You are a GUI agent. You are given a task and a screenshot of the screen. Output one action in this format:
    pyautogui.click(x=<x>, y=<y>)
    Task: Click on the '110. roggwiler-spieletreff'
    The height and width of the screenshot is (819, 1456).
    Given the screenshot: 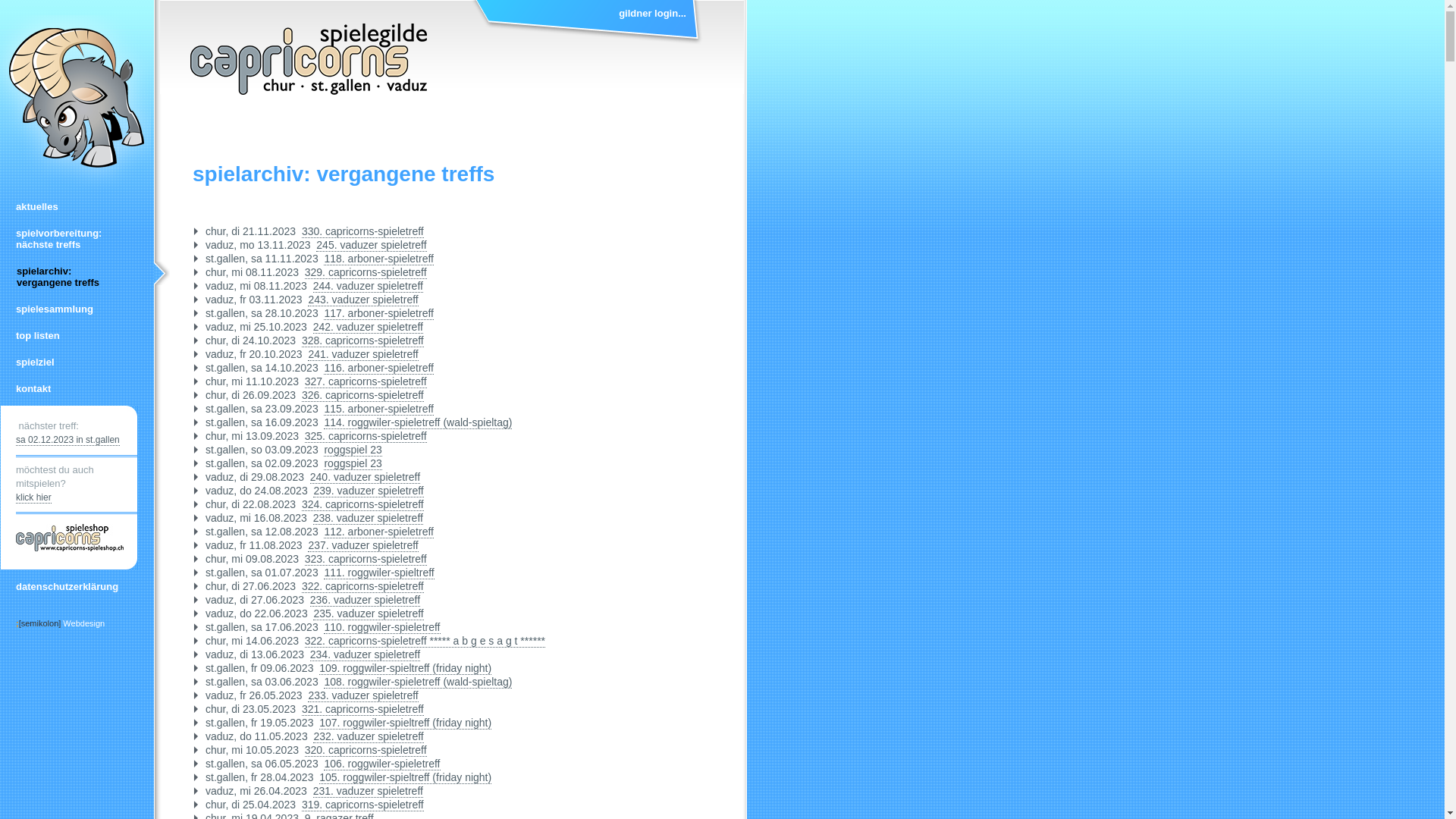 What is the action you would take?
    pyautogui.click(x=381, y=627)
    